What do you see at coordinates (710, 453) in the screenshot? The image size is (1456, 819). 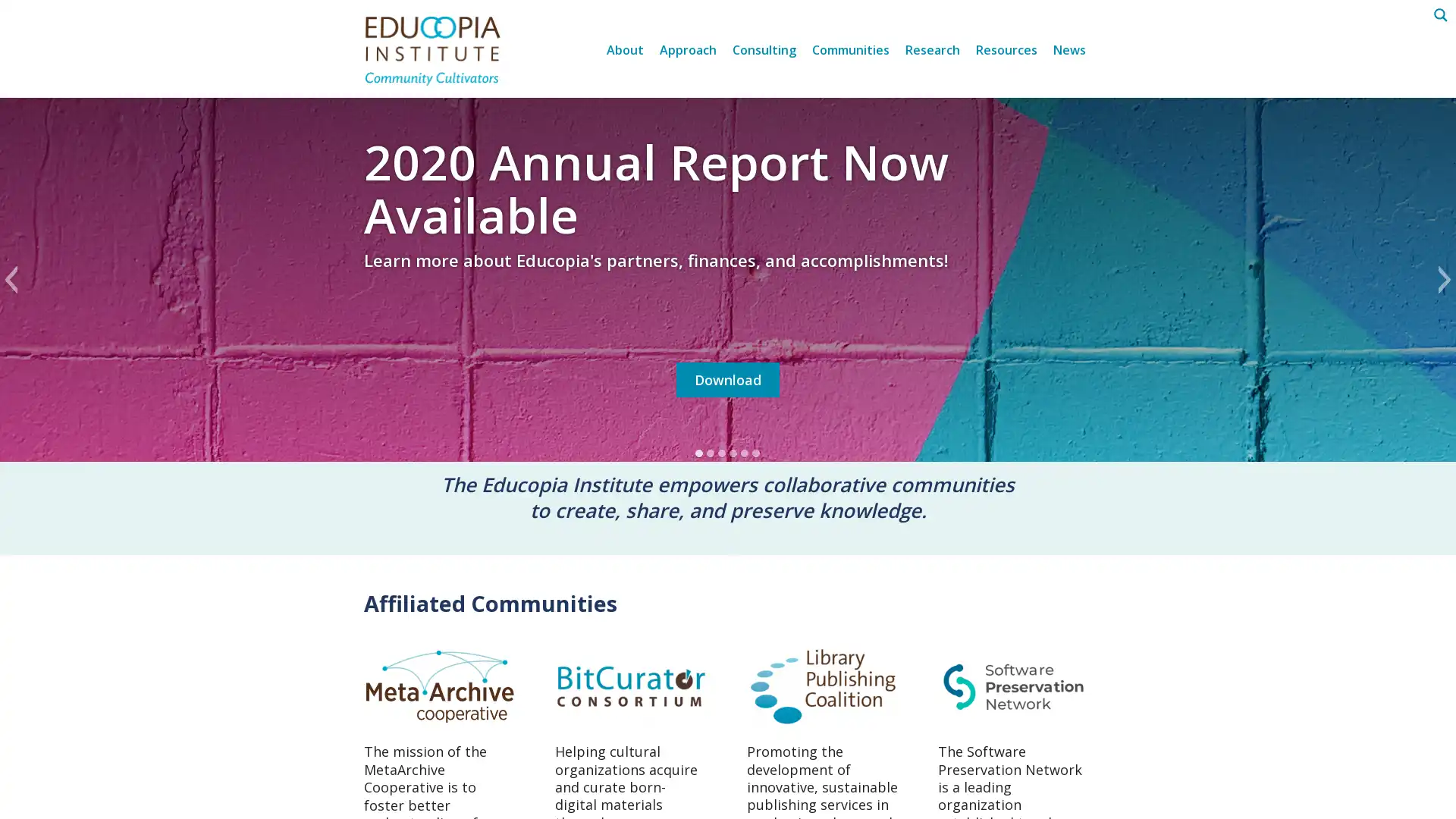 I see `Go to slide 2` at bounding box center [710, 453].